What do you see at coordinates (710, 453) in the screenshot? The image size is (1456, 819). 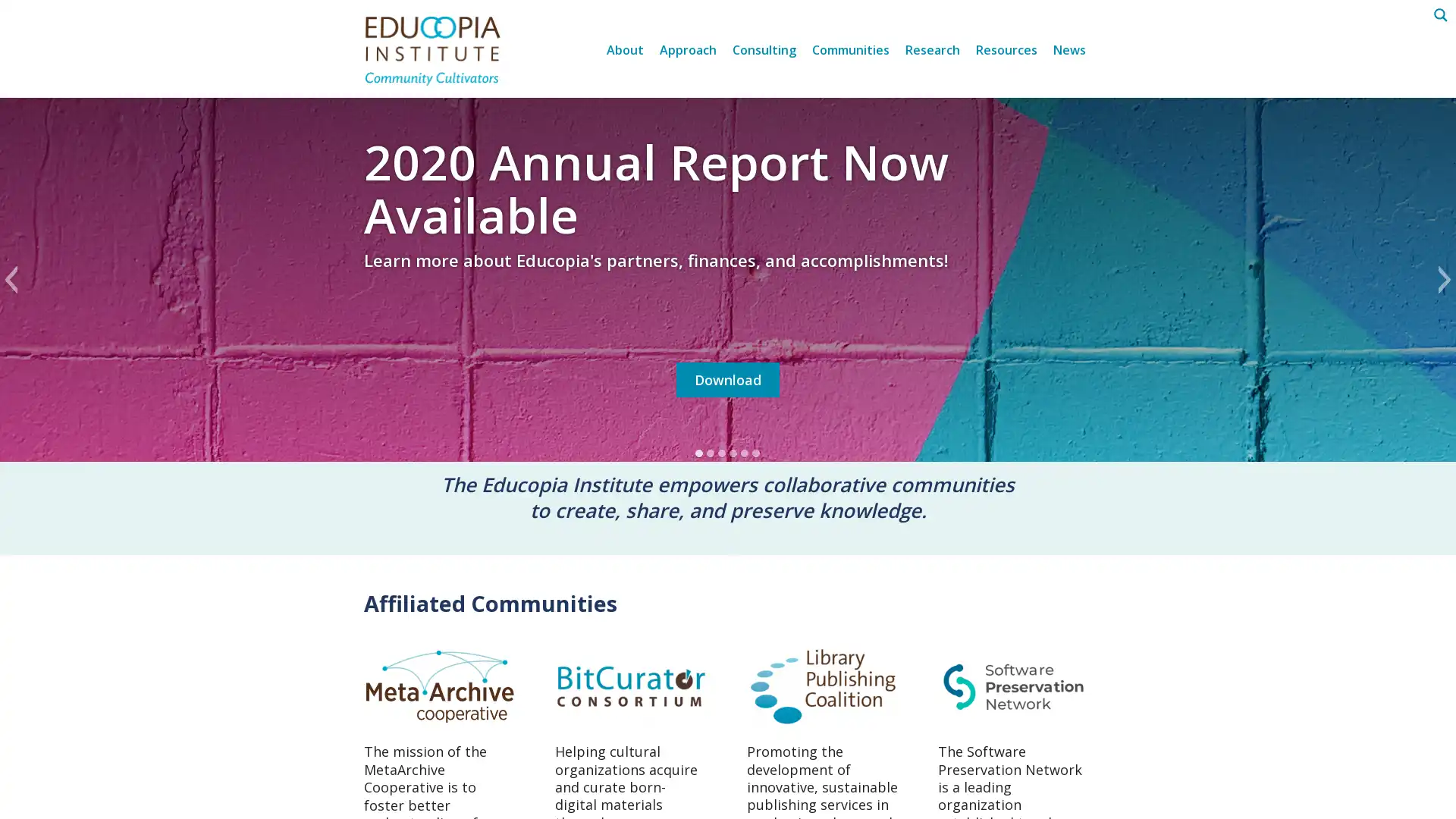 I see `Go to slide 2` at bounding box center [710, 453].